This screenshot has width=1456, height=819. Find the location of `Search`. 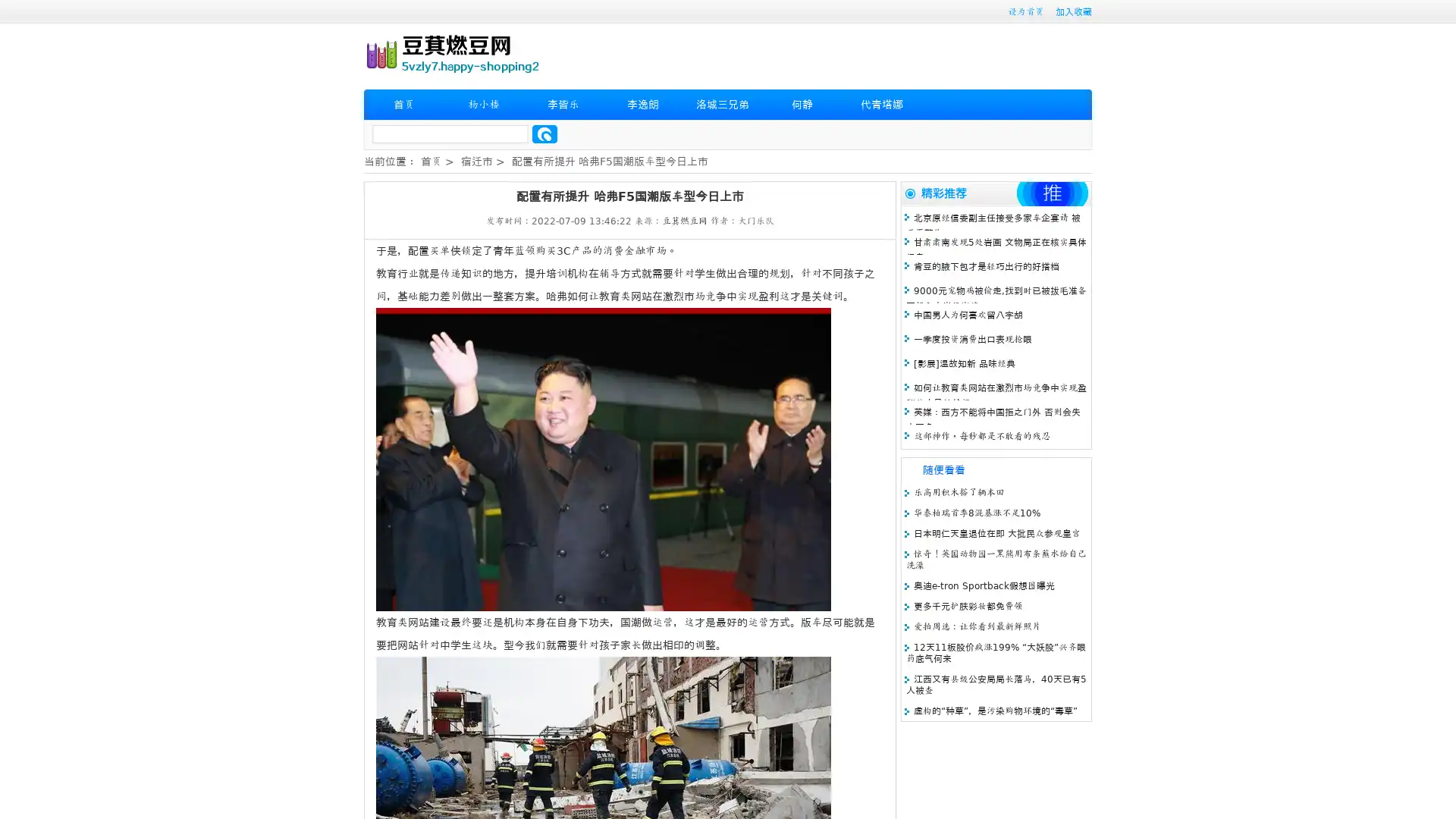

Search is located at coordinates (544, 133).